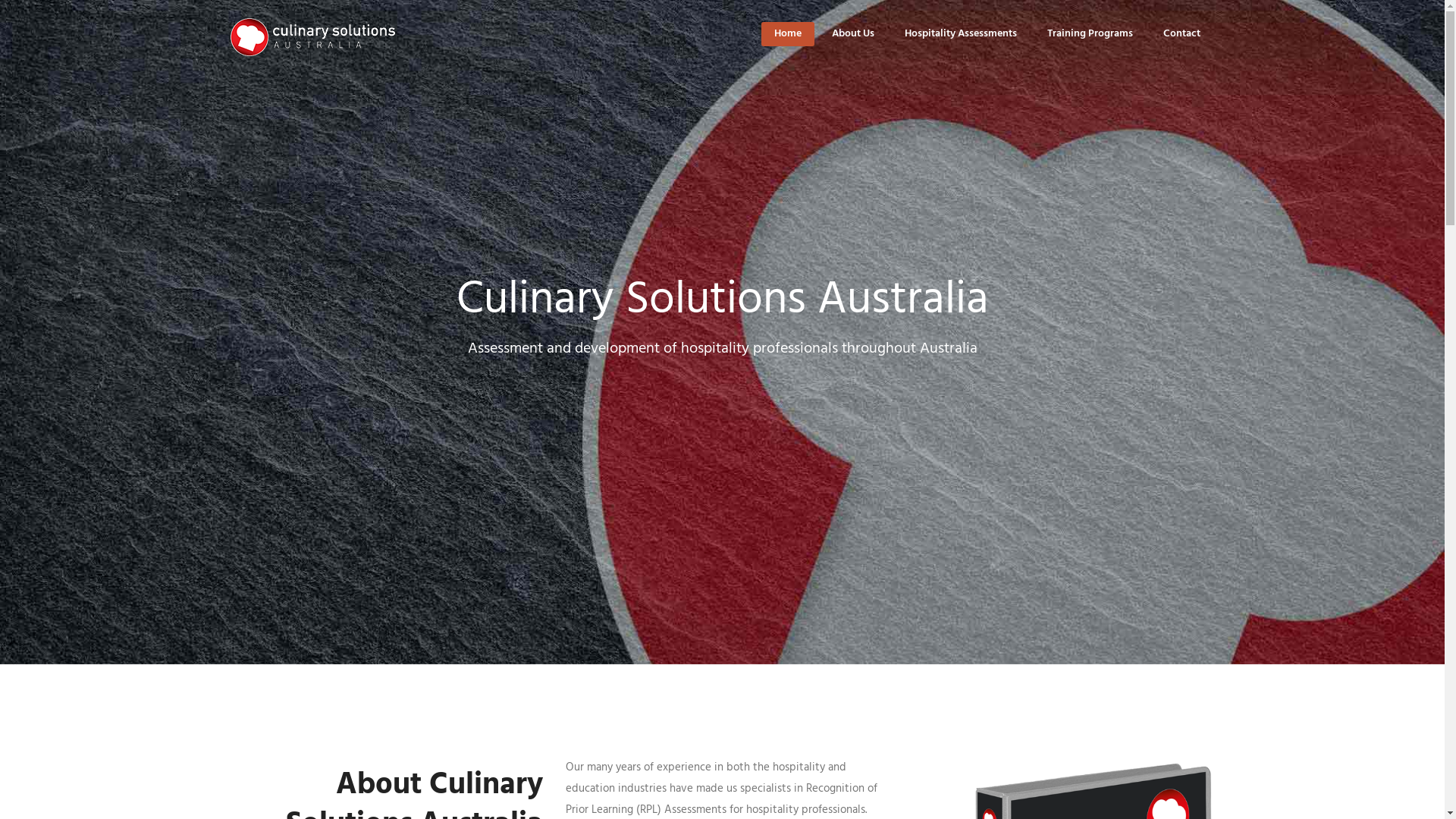  Describe the element at coordinates (786, 33) in the screenshot. I see `'Home'` at that location.